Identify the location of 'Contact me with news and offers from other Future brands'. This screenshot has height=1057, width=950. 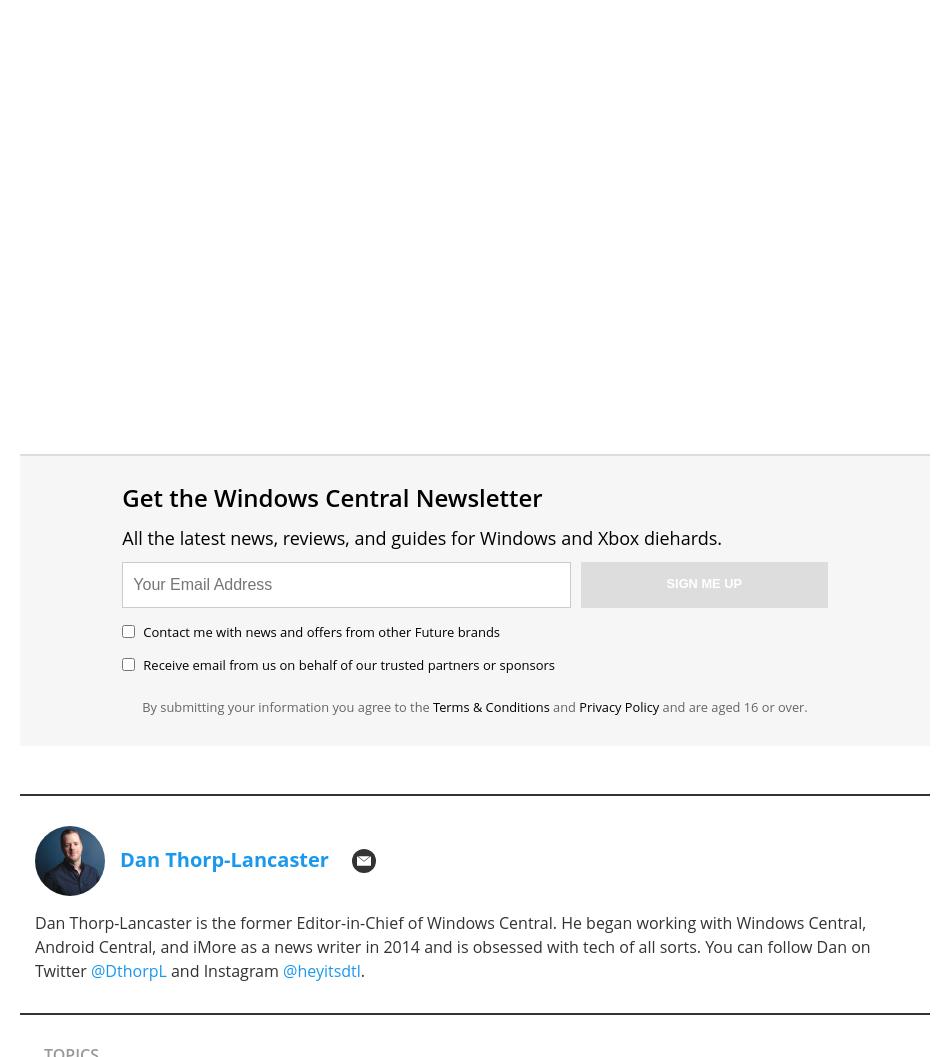
(320, 631).